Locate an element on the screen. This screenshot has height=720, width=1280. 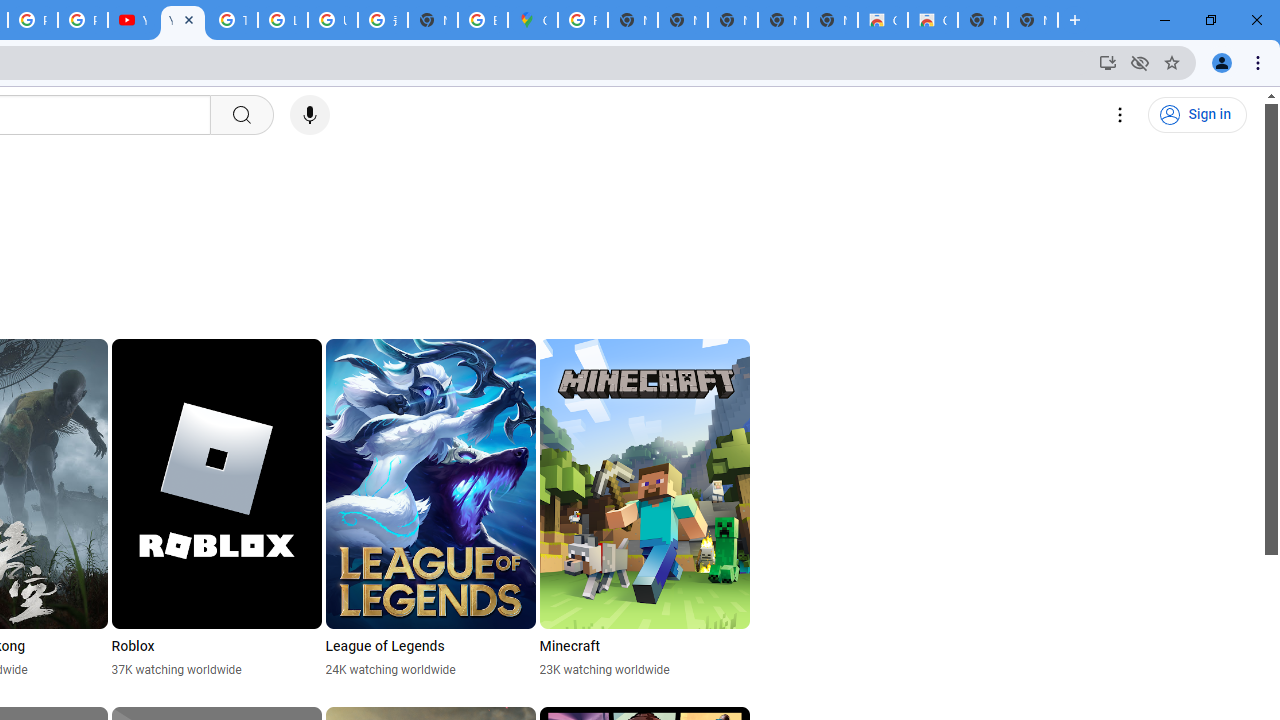
'YouTube' is located at coordinates (131, 20).